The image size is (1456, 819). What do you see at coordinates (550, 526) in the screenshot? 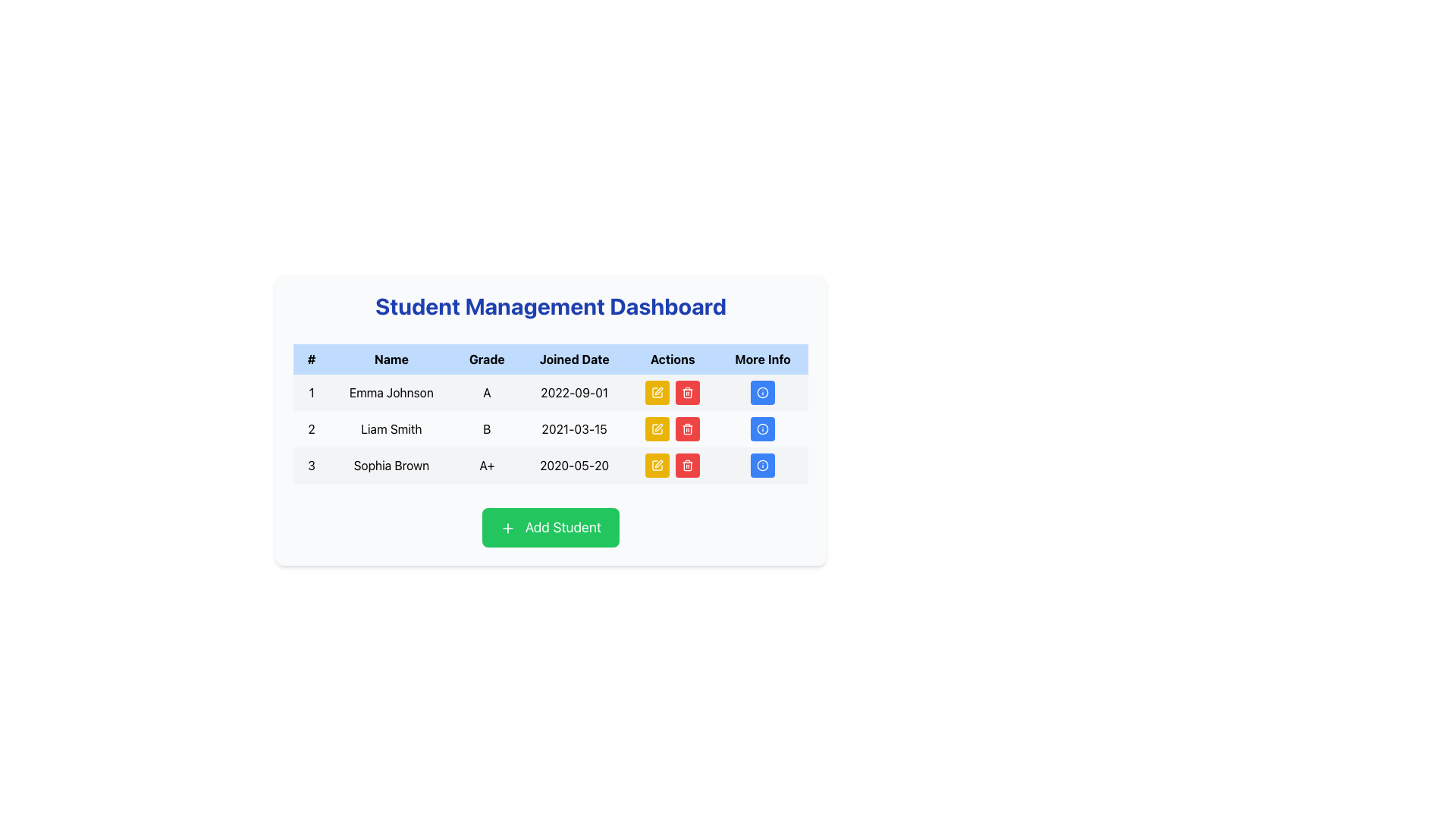
I see `the distinct button located centrally beneath the student information table` at bounding box center [550, 526].